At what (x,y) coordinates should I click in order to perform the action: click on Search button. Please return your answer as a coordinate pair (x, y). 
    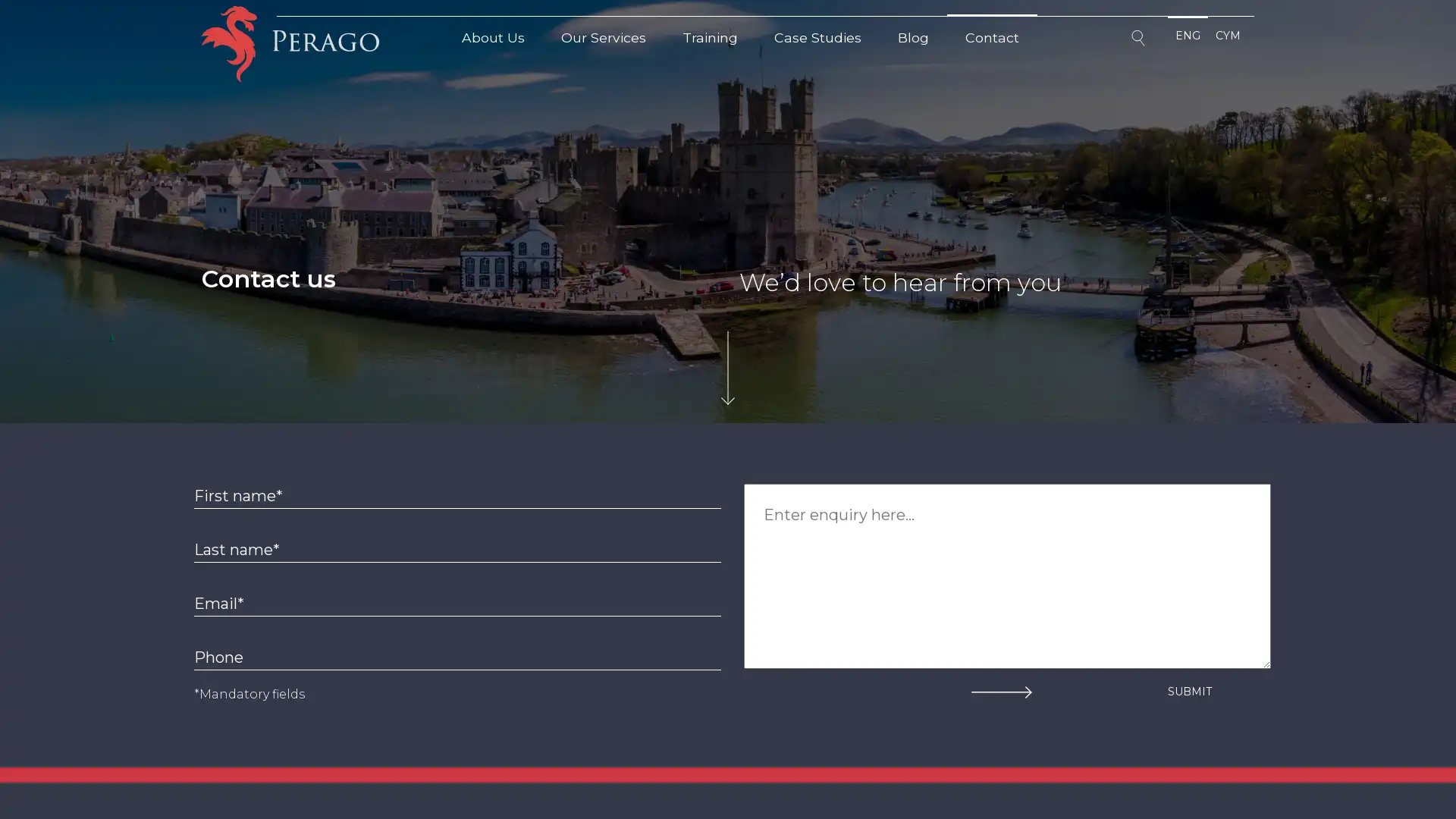
    Looking at the image, I should click on (1140, 40).